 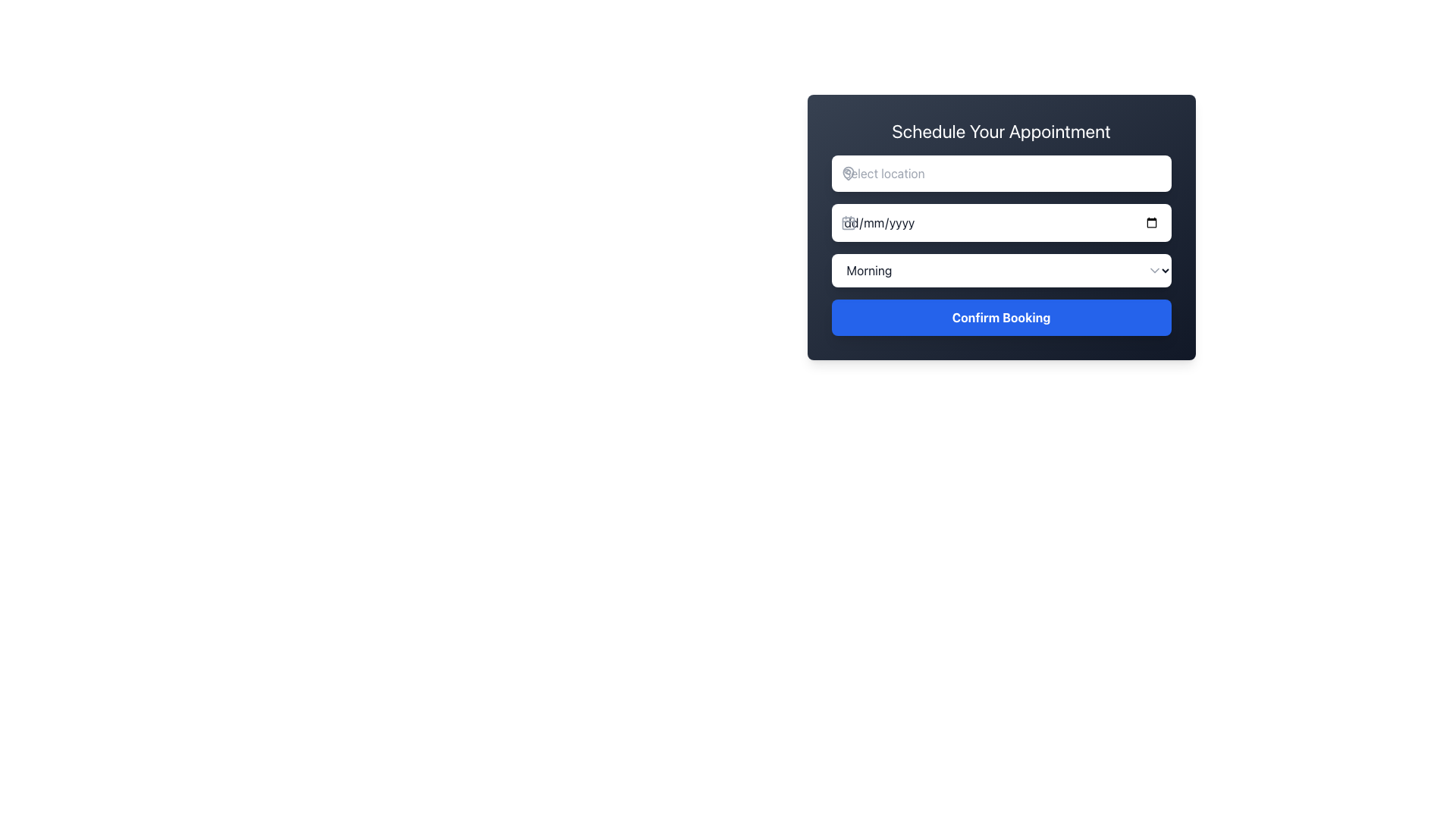 What do you see at coordinates (1001, 227) in the screenshot?
I see `a date from the calendar by clicking on the text input field with placeholder text and a calendar icon located below the 'Select location' field and above the 'Morning' dropdown` at bounding box center [1001, 227].